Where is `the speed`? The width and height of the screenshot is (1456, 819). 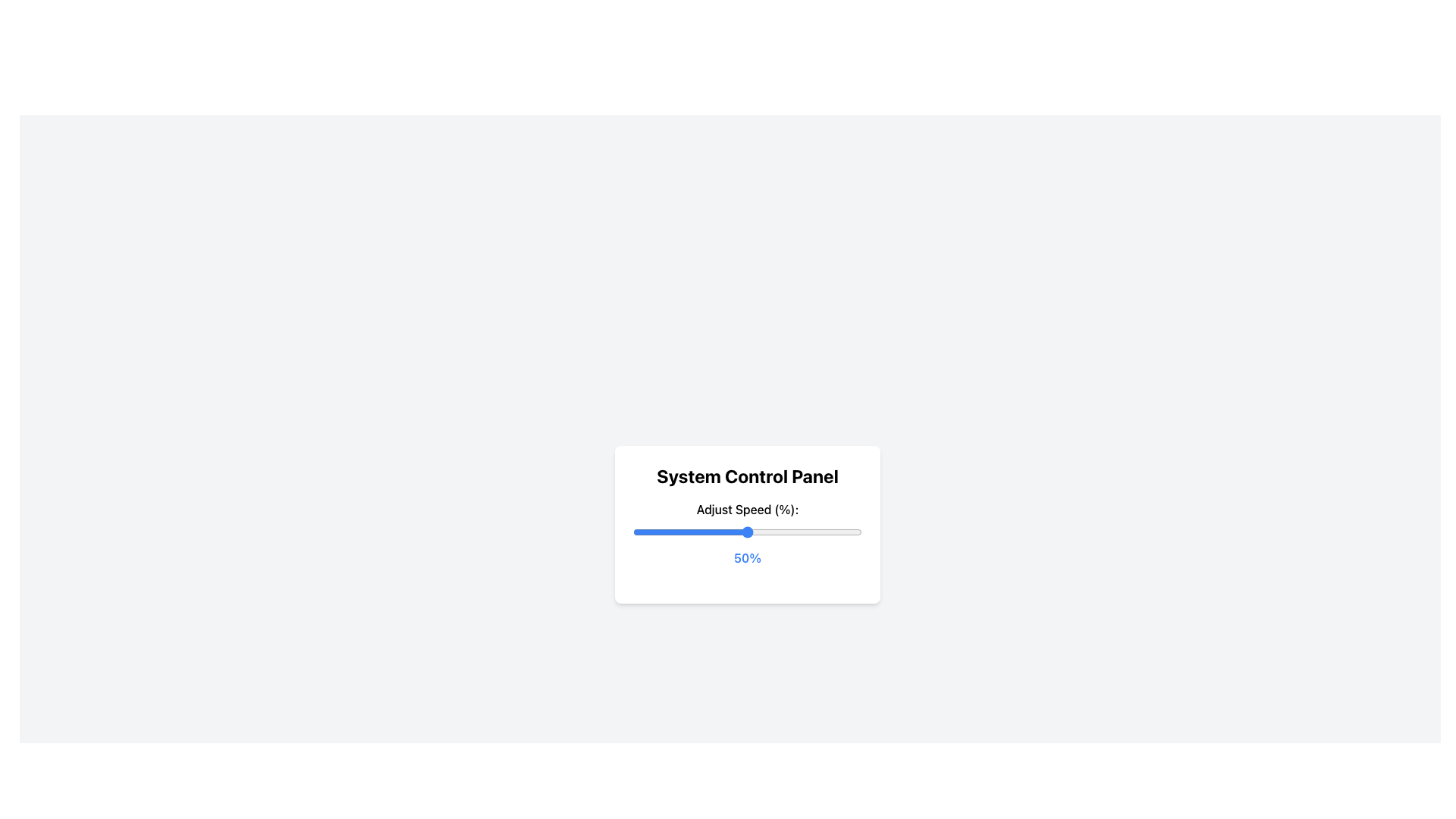
the speed is located at coordinates (829, 532).